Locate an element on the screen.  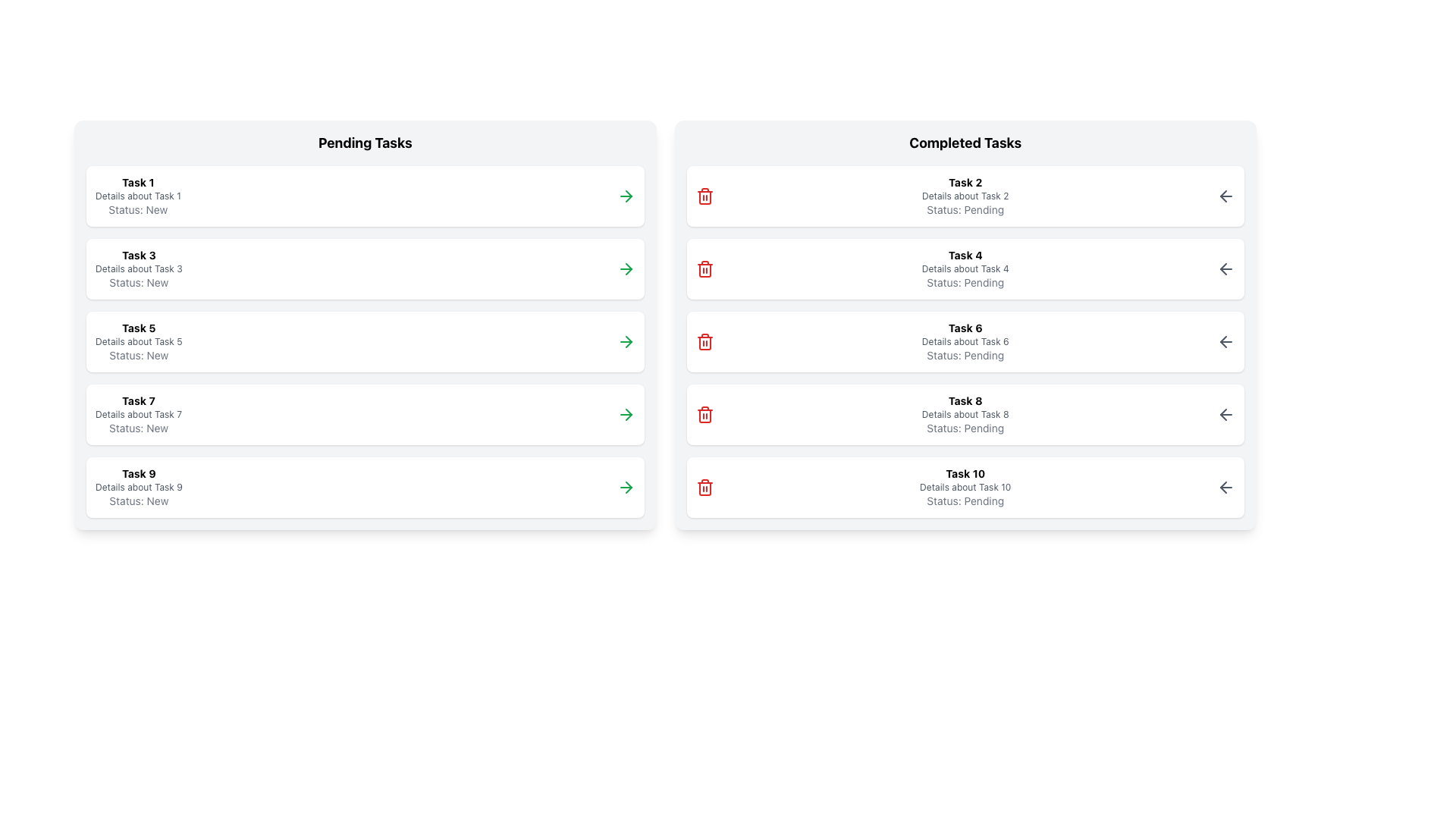
the 'Task 5' card in the 'Pending Tasks' section is located at coordinates (365, 324).